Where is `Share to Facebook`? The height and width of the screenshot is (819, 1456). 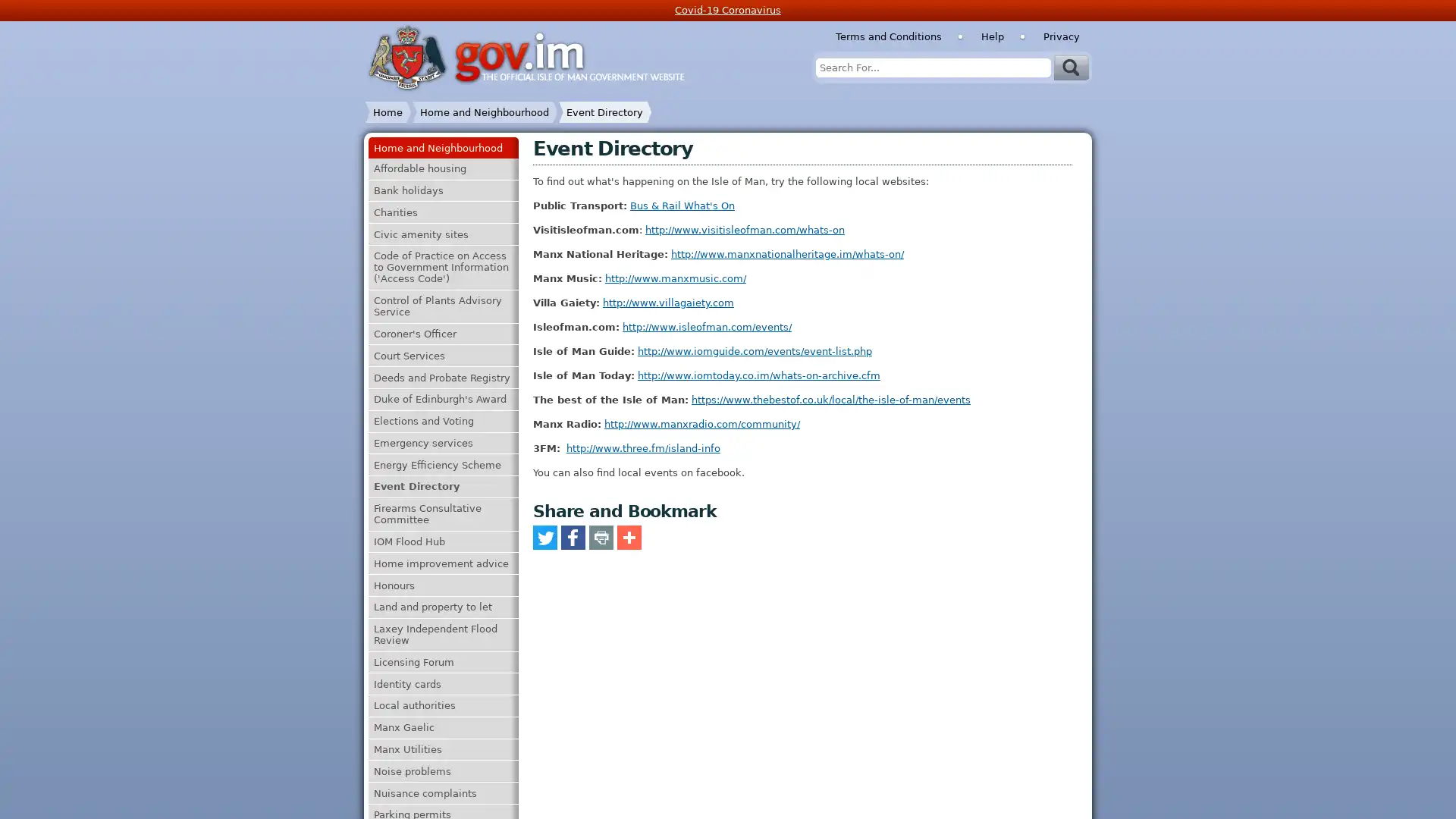
Share to Facebook is located at coordinates (571, 536).